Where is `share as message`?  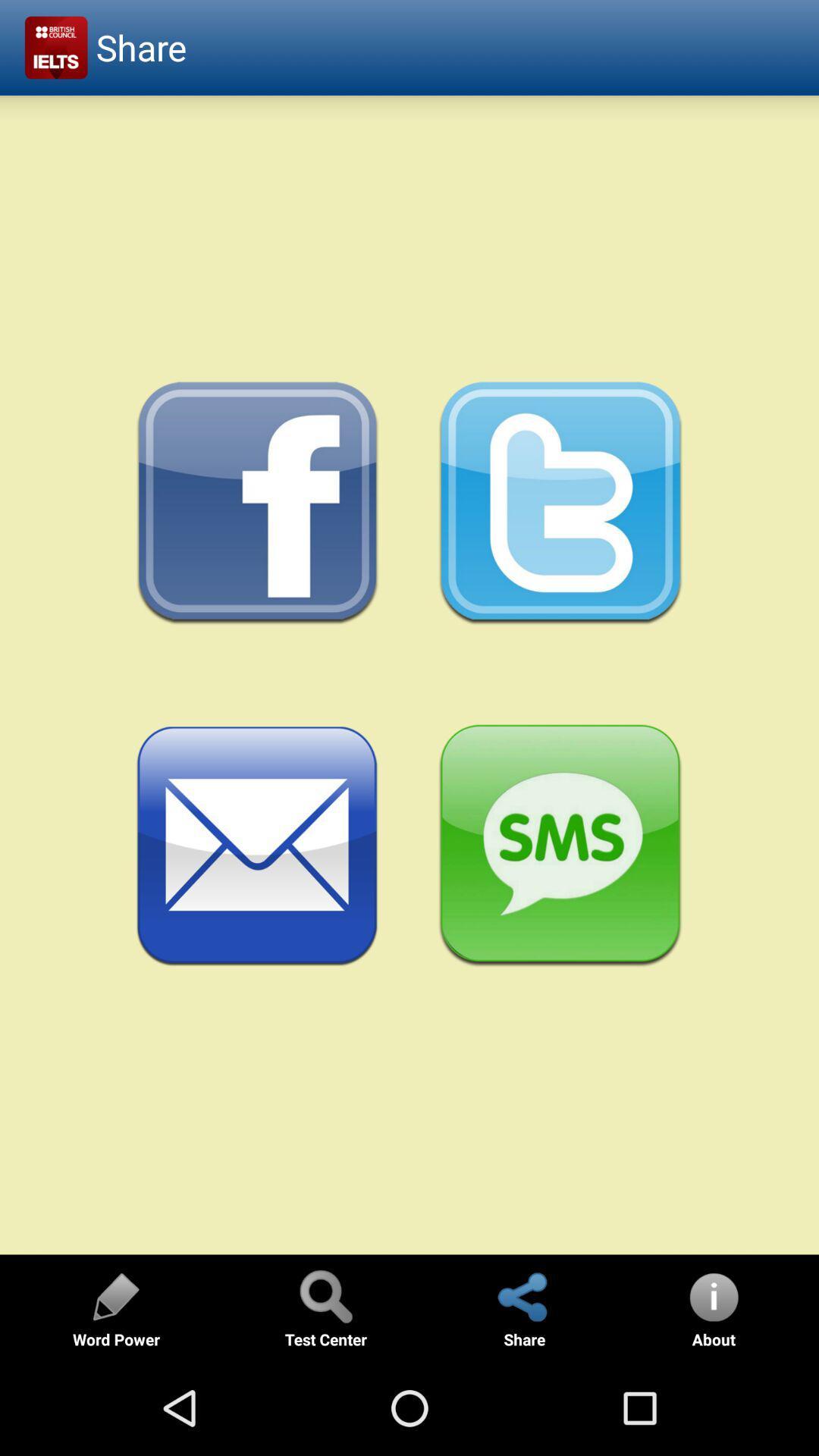
share as message is located at coordinates (560, 846).